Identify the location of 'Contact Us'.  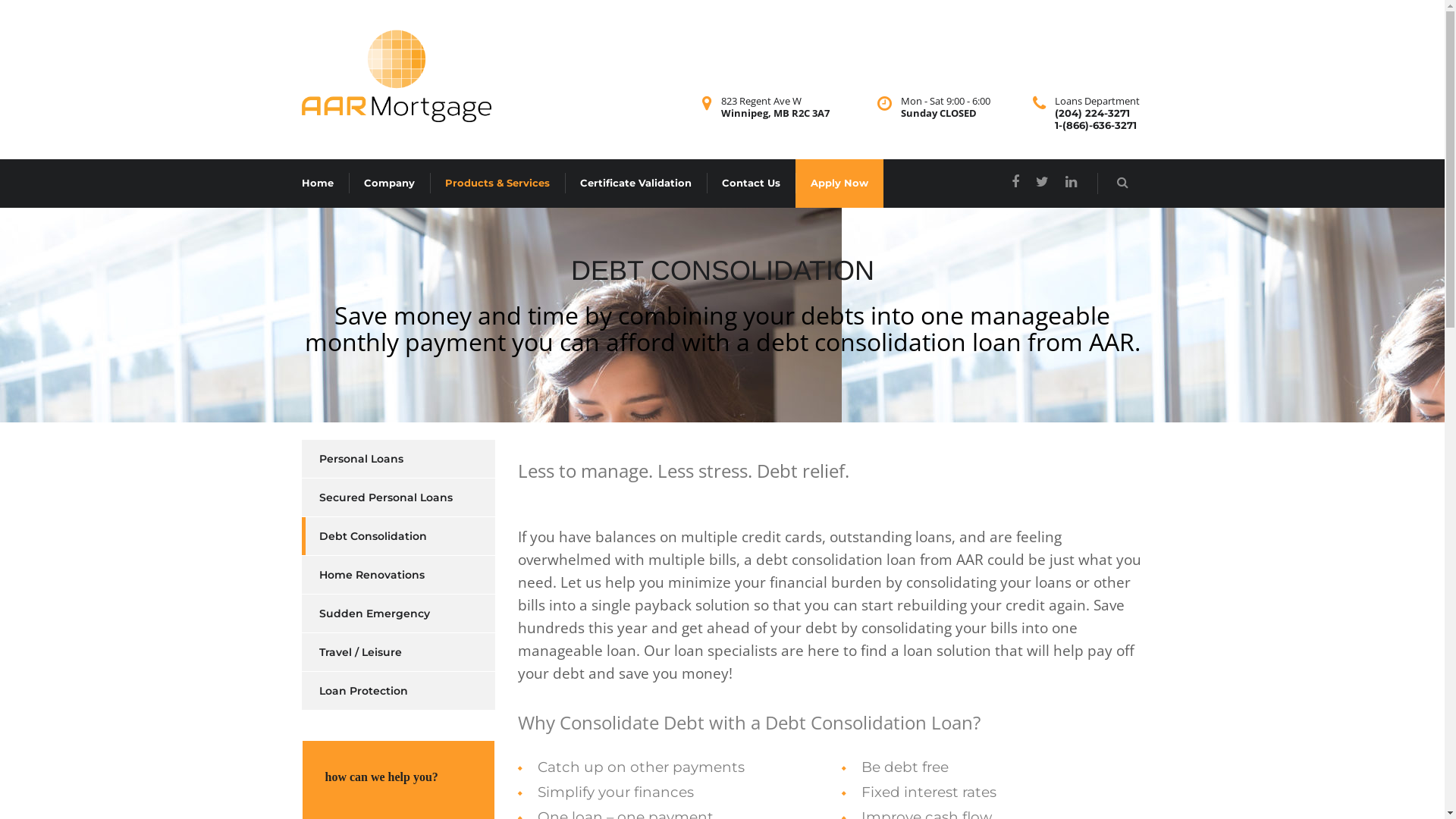
(751, 183).